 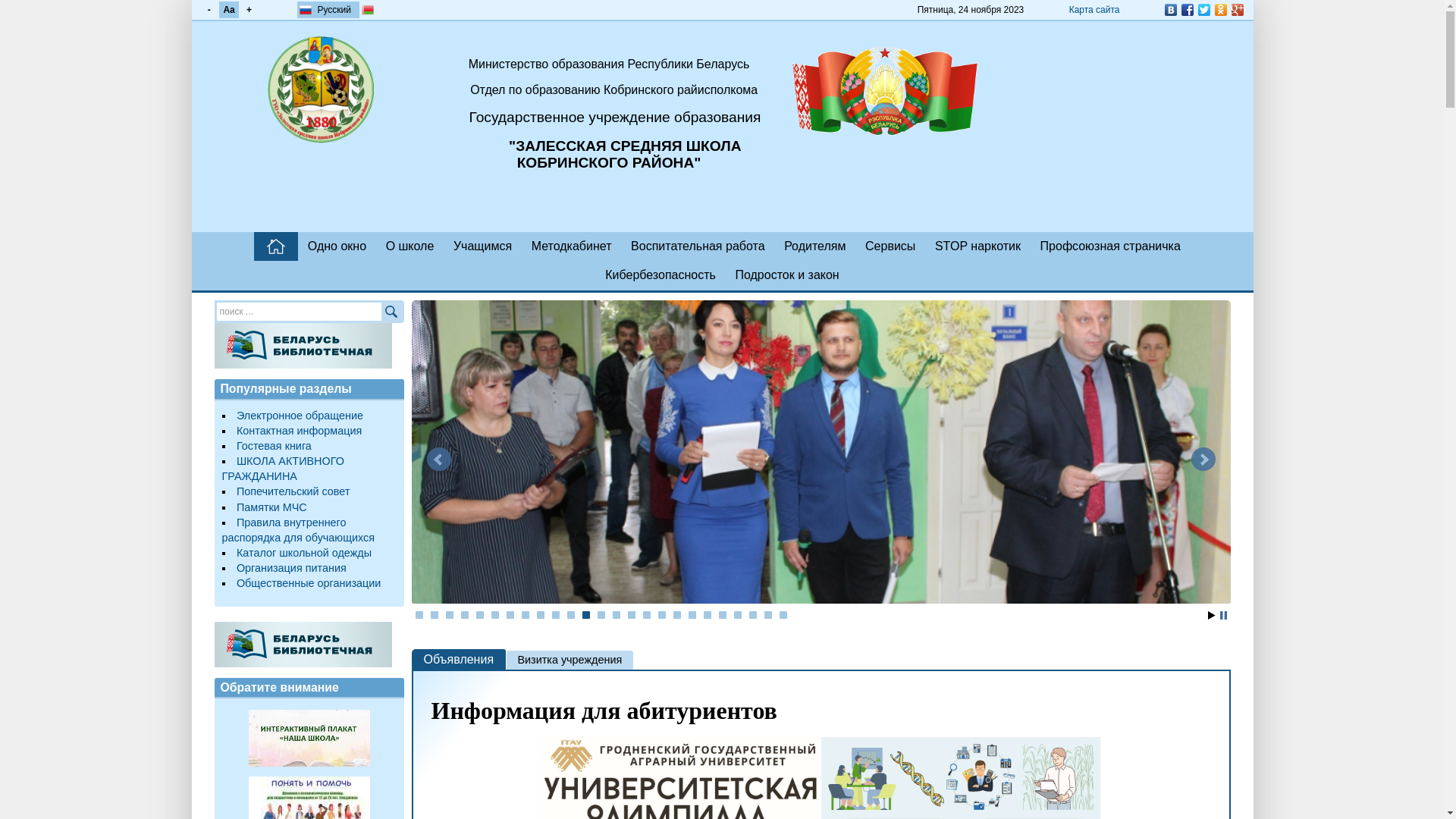 What do you see at coordinates (1210, 615) in the screenshot?
I see `'Start'` at bounding box center [1210, 615].